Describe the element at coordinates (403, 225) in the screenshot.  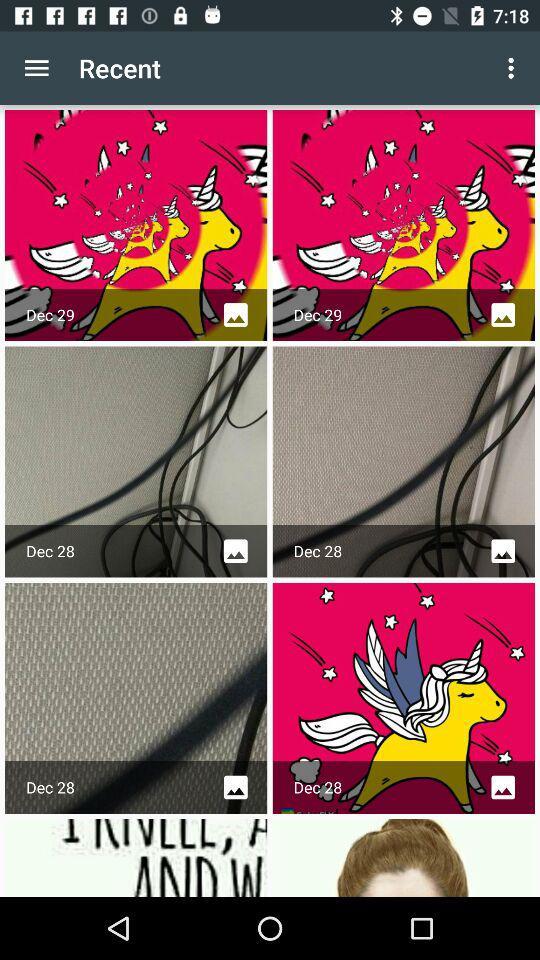
I see `the right side first image` at that location.